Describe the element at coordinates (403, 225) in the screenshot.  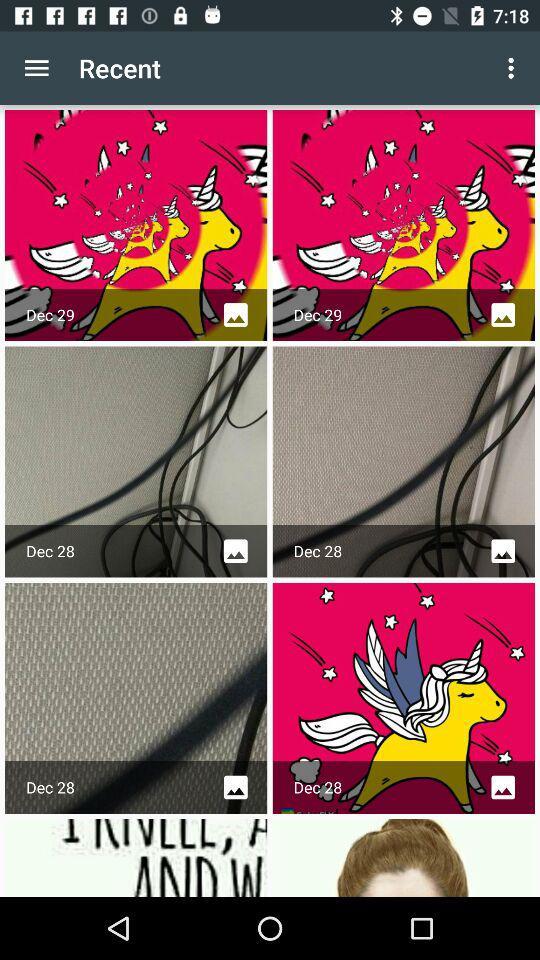
I see `the right side first image` at that location.